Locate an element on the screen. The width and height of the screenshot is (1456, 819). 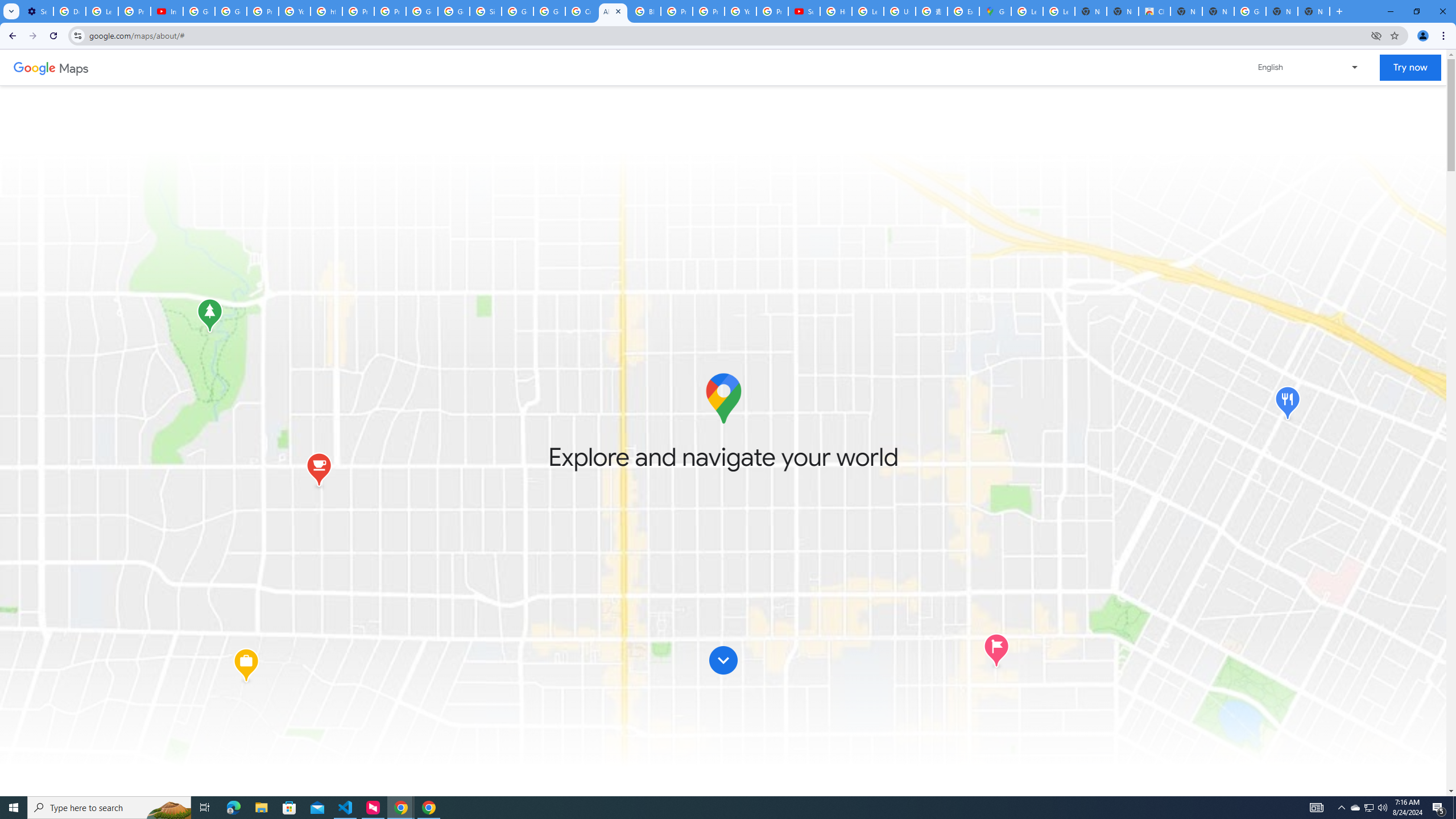
'Change language or region' is located at coordinates (1308, 67).